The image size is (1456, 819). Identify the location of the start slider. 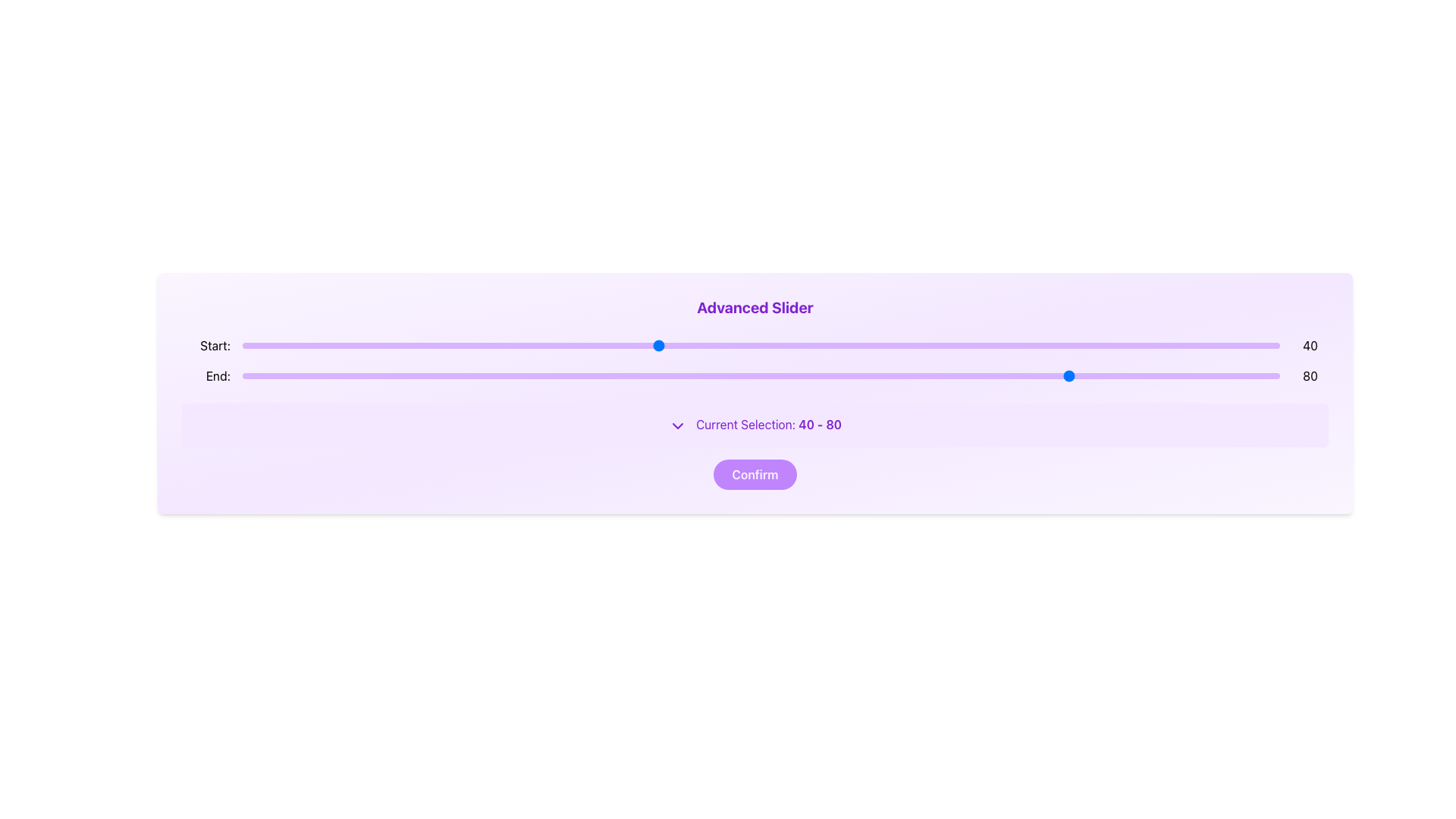
(1020, 345).